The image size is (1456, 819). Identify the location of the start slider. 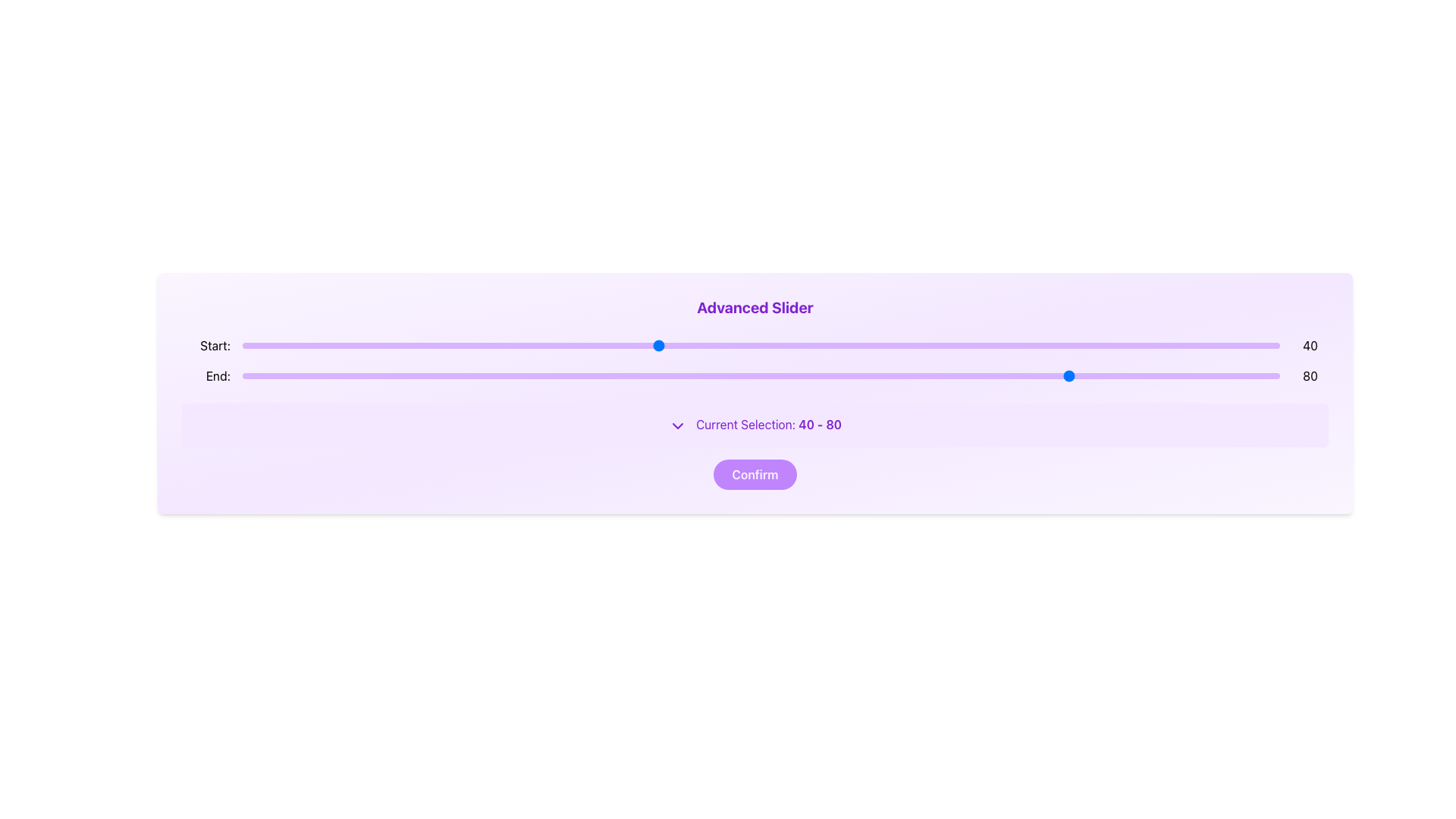
(1020, 345).